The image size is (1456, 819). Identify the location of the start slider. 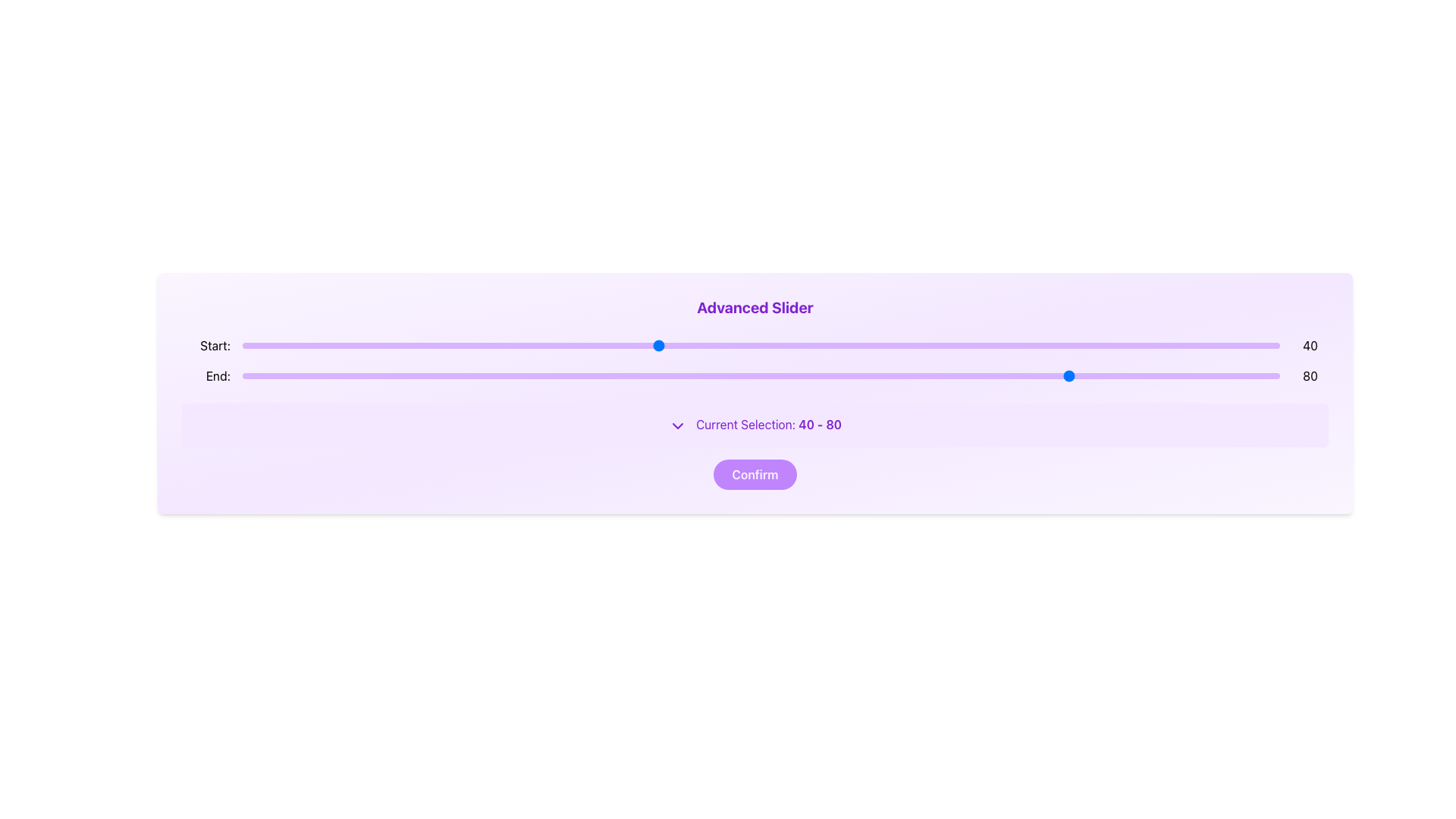
(1020, 345).